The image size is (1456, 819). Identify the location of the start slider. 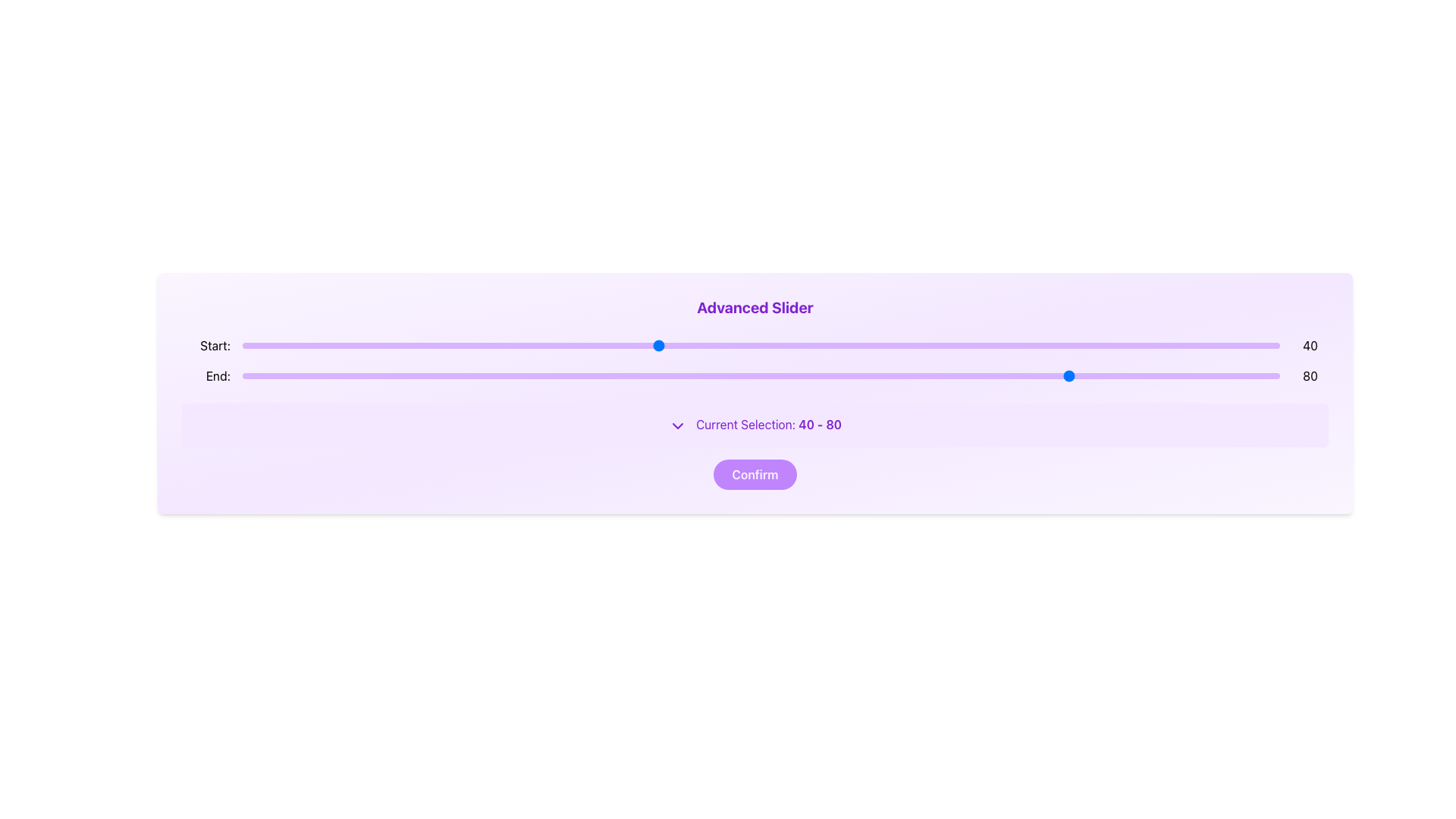
(1020, 345).